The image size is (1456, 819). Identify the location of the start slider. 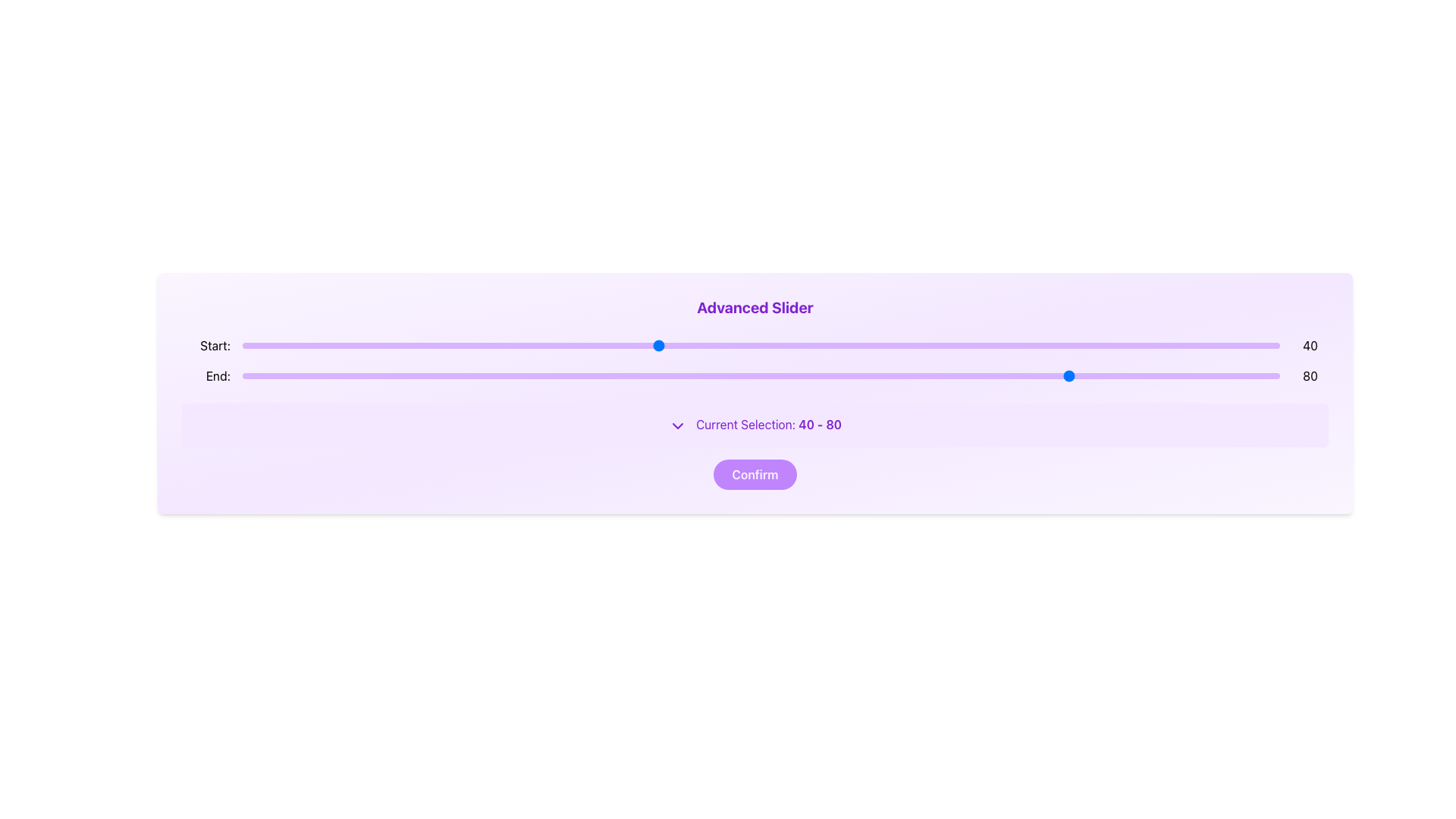
(1020, 345).